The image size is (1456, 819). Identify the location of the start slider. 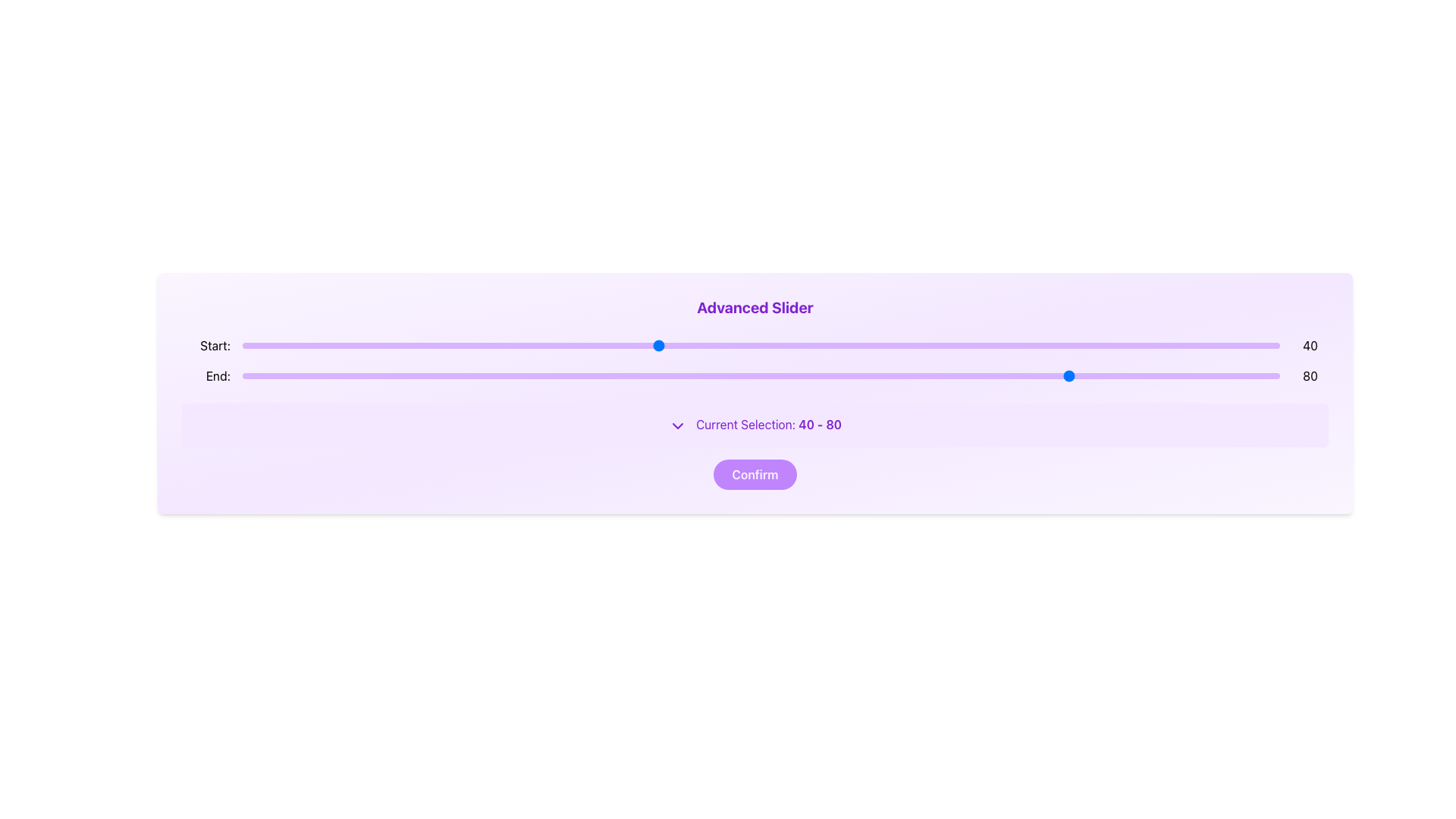
(1020, 345).